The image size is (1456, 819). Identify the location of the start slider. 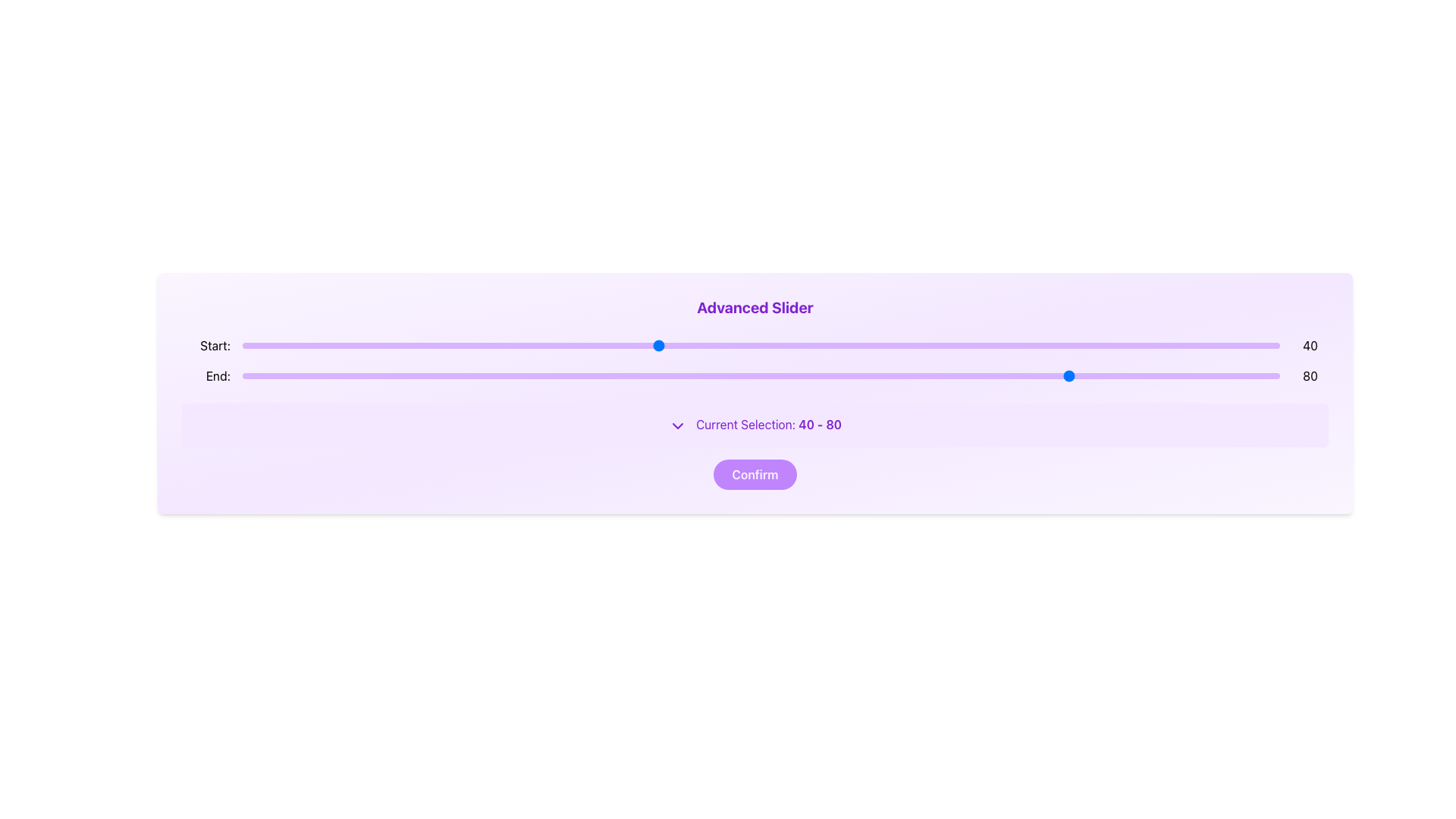
(1020, 345).